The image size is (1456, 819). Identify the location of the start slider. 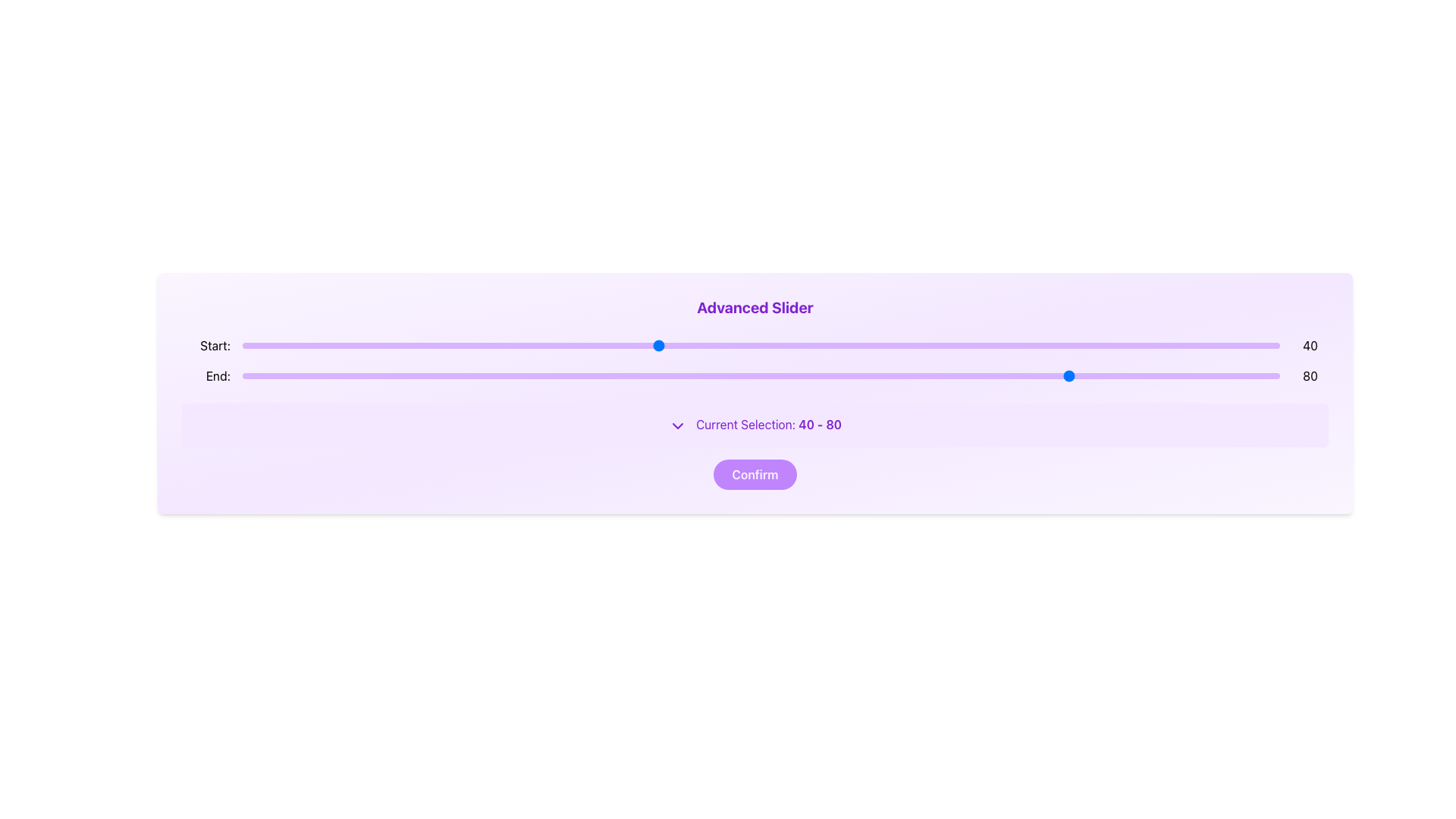
(1020, 345).